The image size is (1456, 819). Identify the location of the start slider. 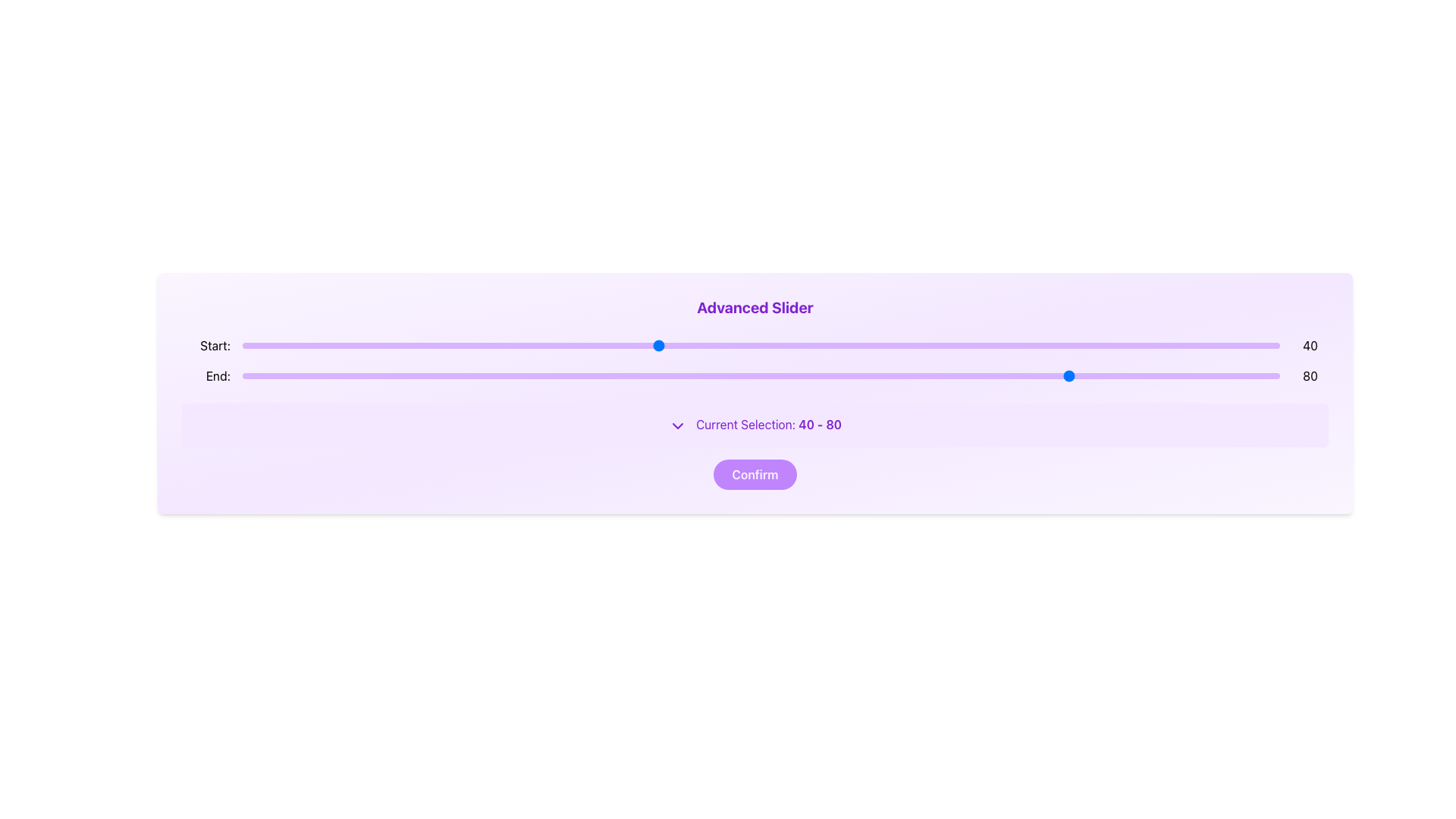
(1020, 345).